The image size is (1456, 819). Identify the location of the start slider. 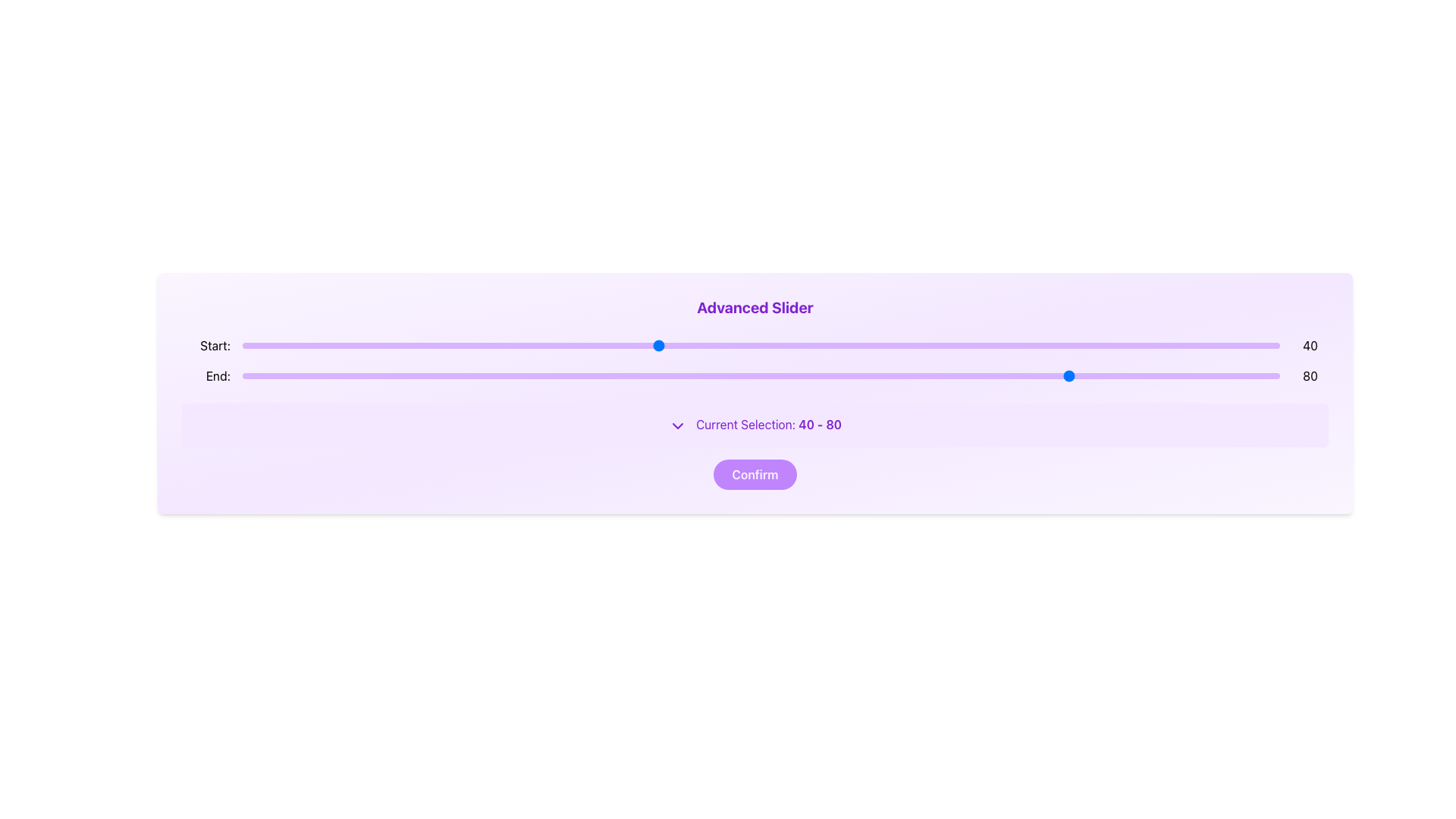
(1020, 345).